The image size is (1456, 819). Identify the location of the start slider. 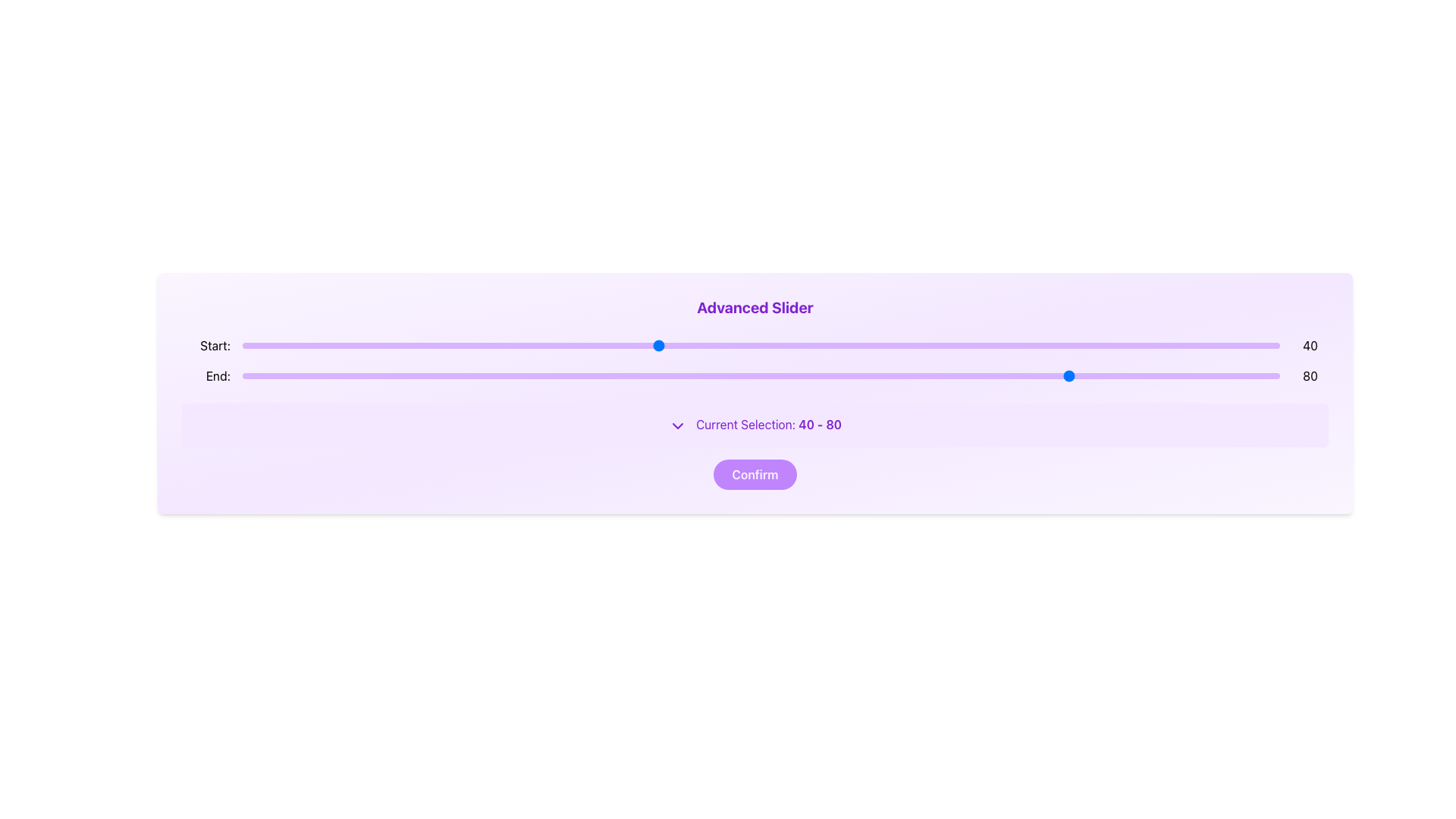
(1020, 345).